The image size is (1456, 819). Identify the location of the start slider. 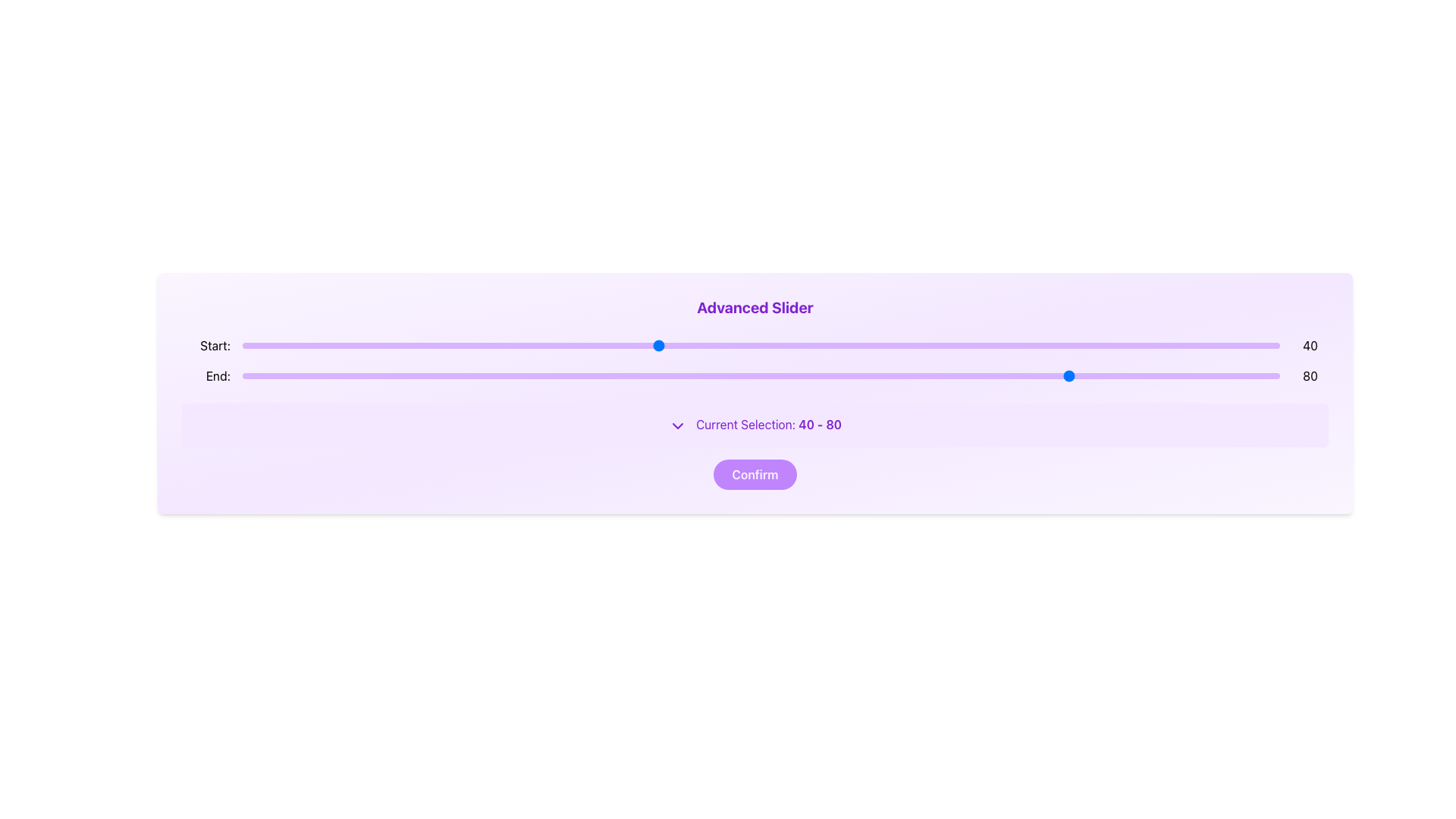
(1020, 345).